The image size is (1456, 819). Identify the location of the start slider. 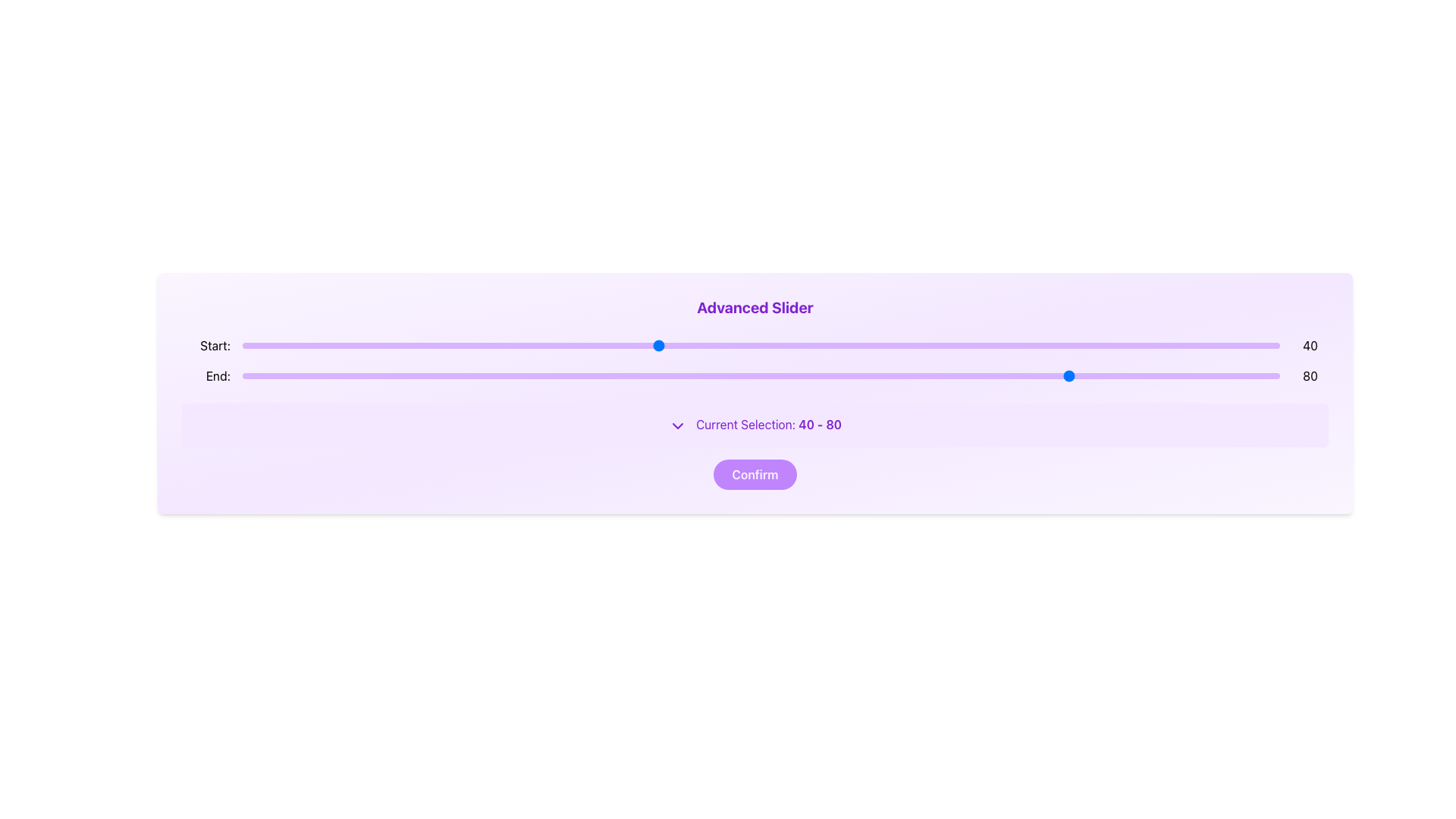
(1020, 345).